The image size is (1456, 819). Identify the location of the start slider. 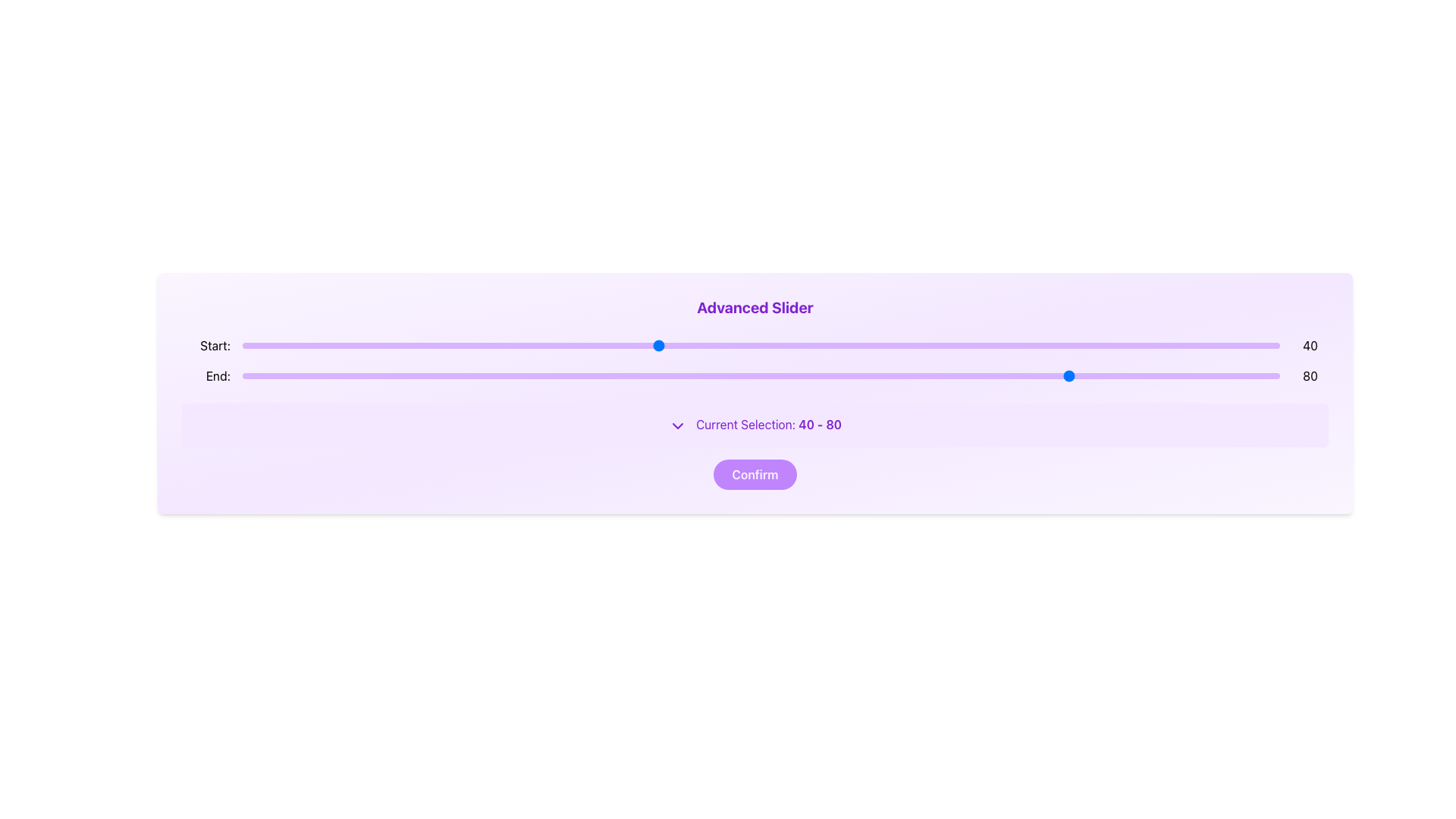
(1020, 345).